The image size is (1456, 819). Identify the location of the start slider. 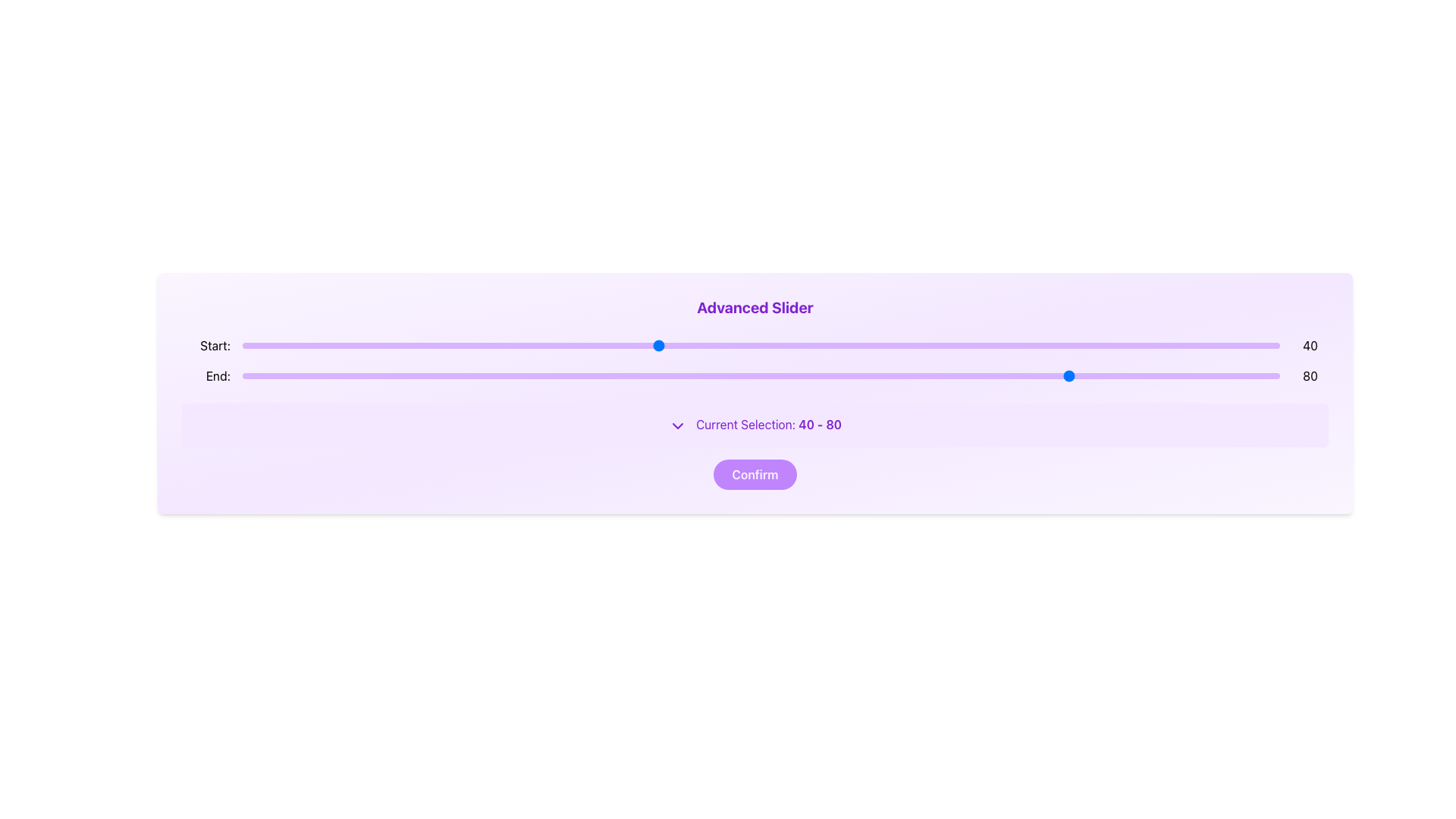
(1020, 345).